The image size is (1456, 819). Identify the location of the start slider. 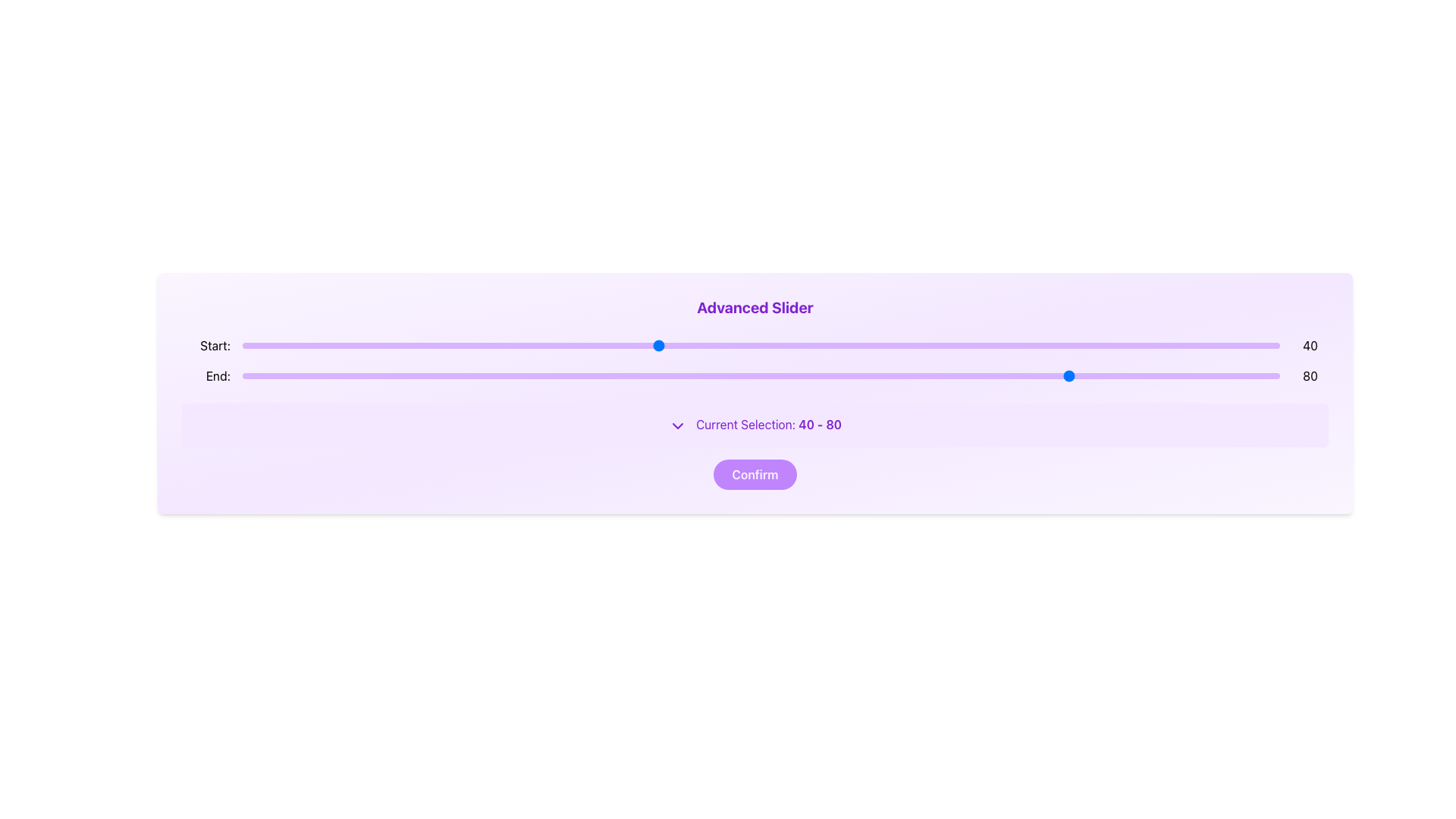
(1020, 345).